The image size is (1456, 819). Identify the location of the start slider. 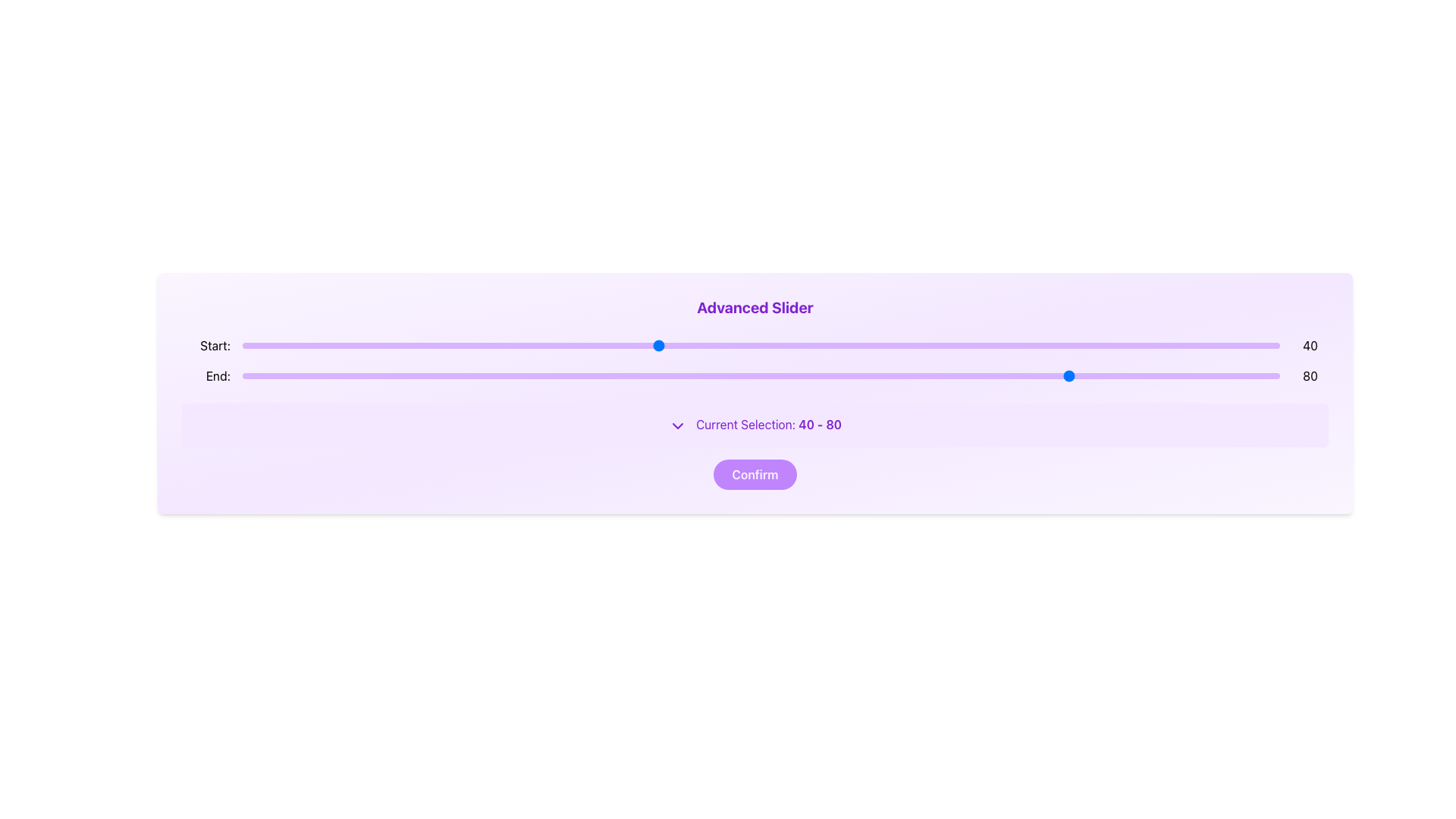
(1020, 345).